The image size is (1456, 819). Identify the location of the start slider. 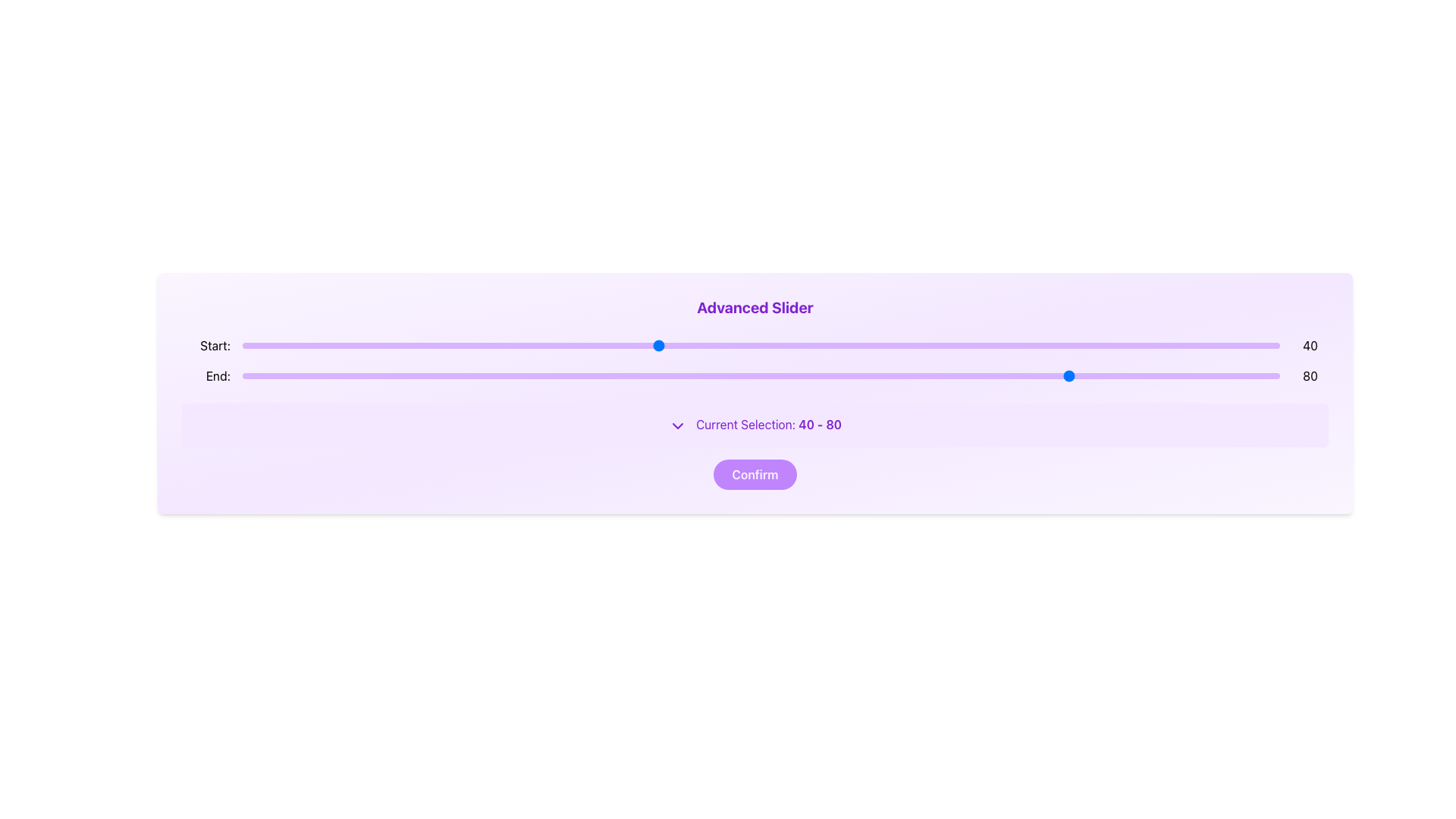
(1020, 345).